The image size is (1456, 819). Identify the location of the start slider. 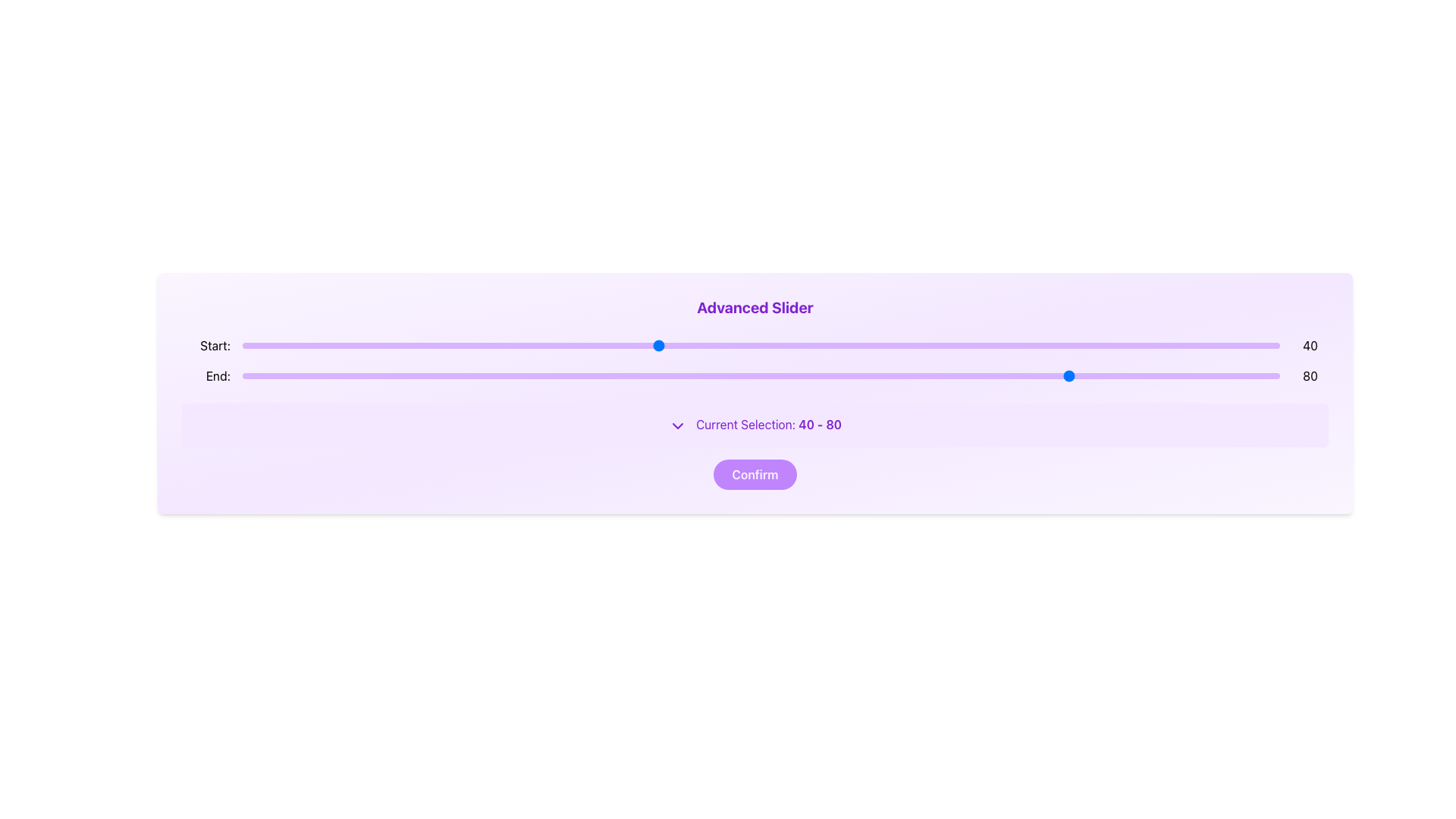
(1020, 345).